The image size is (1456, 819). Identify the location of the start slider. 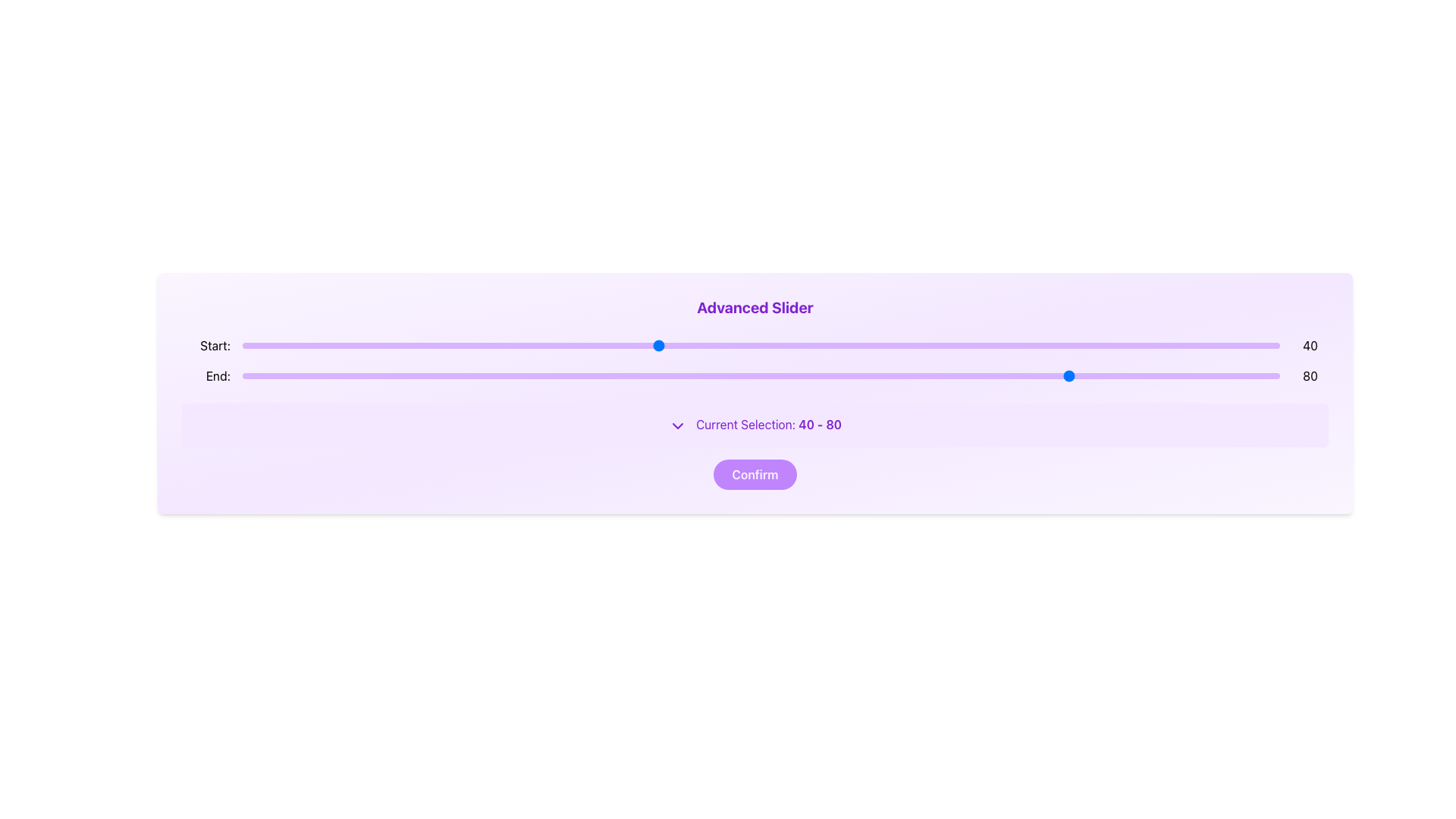
(1020, 345).